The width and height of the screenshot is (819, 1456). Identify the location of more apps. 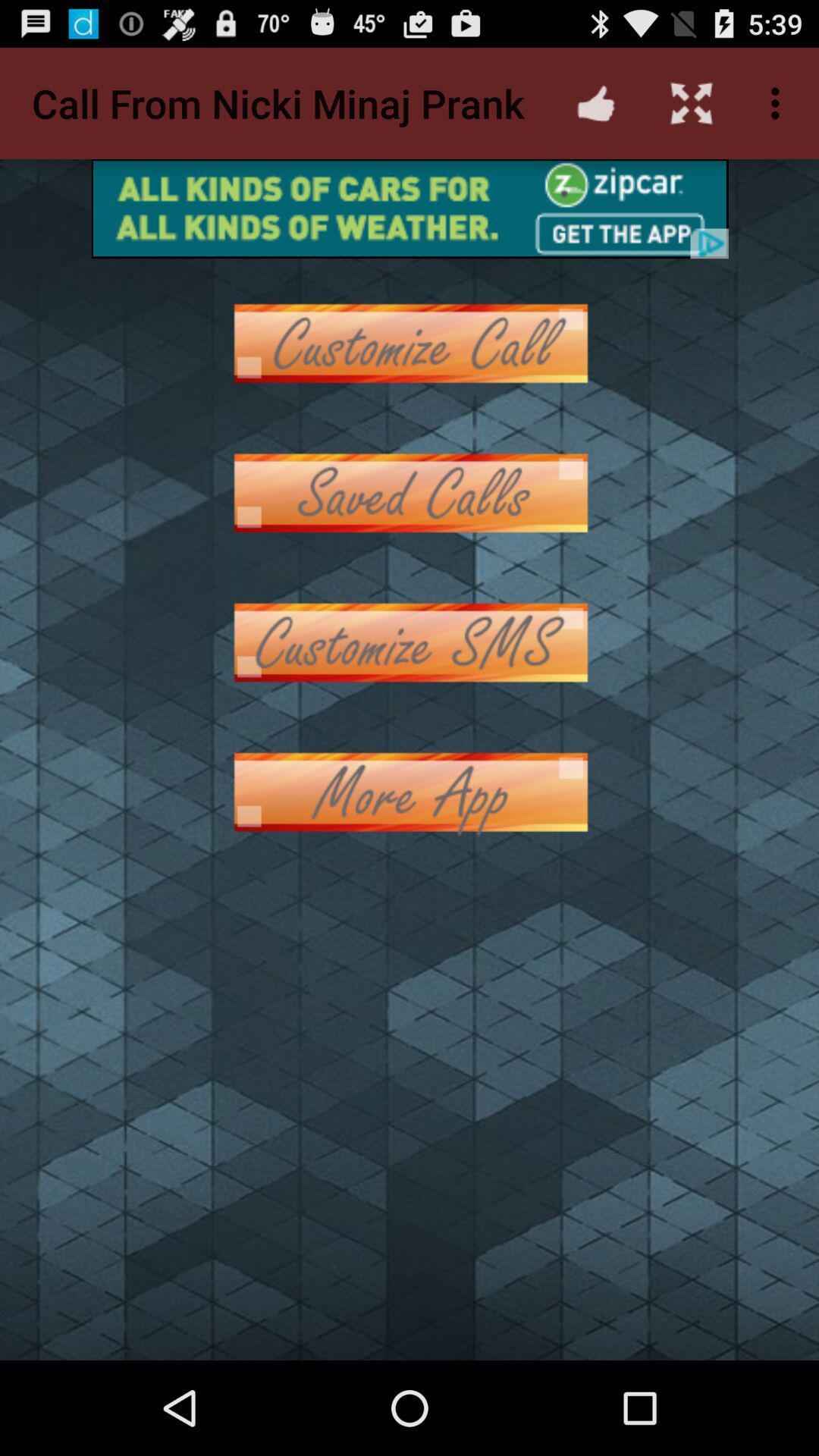
(409, 791).